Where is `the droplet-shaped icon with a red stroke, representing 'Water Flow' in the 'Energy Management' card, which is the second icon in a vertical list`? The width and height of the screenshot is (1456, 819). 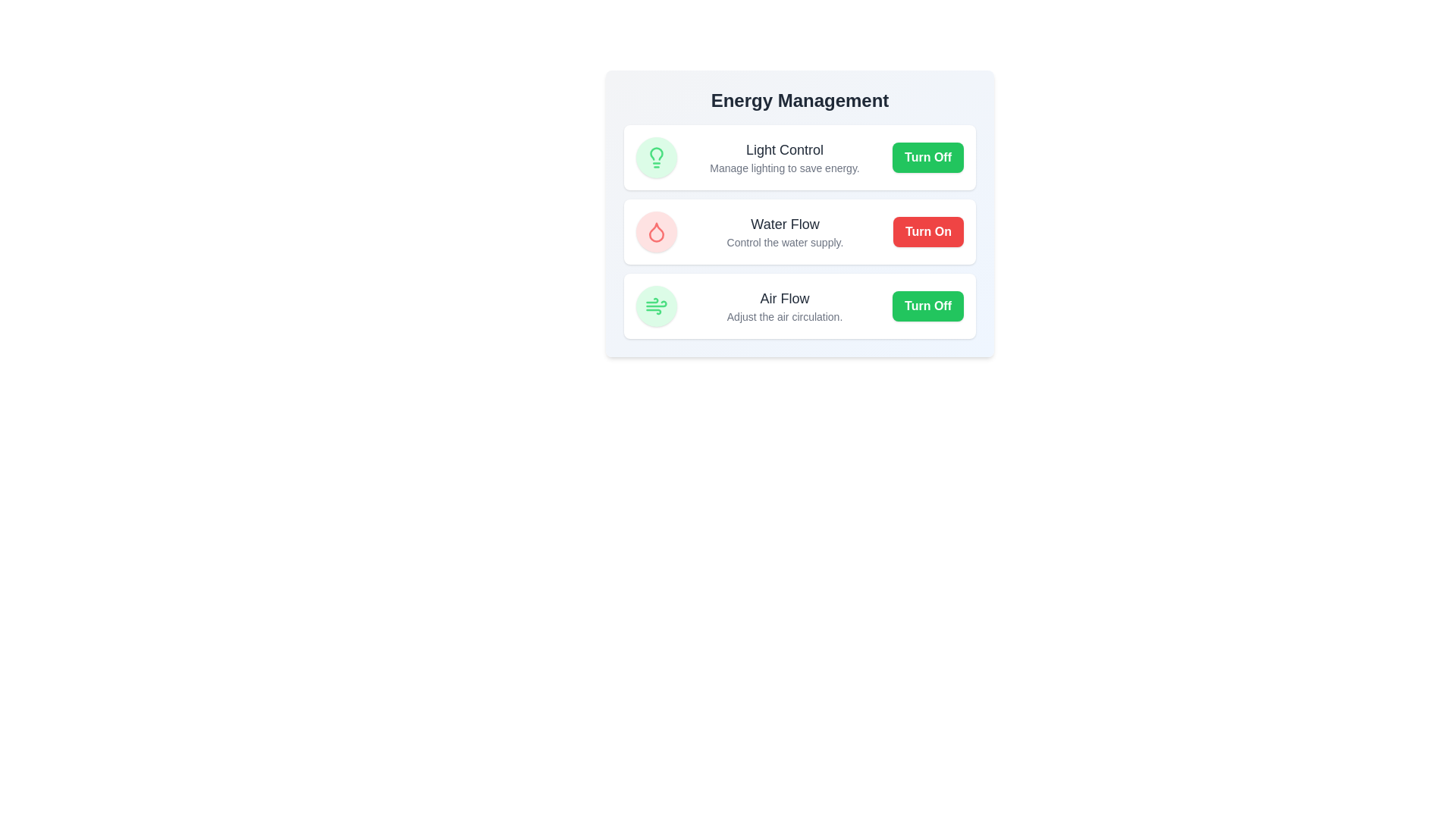
the droplet-shaped icon with a red stroke, representing 'Water Flow' in the 'Energy Management' card, which is the second icon in a vertical list is located at coordinates (656, 231).